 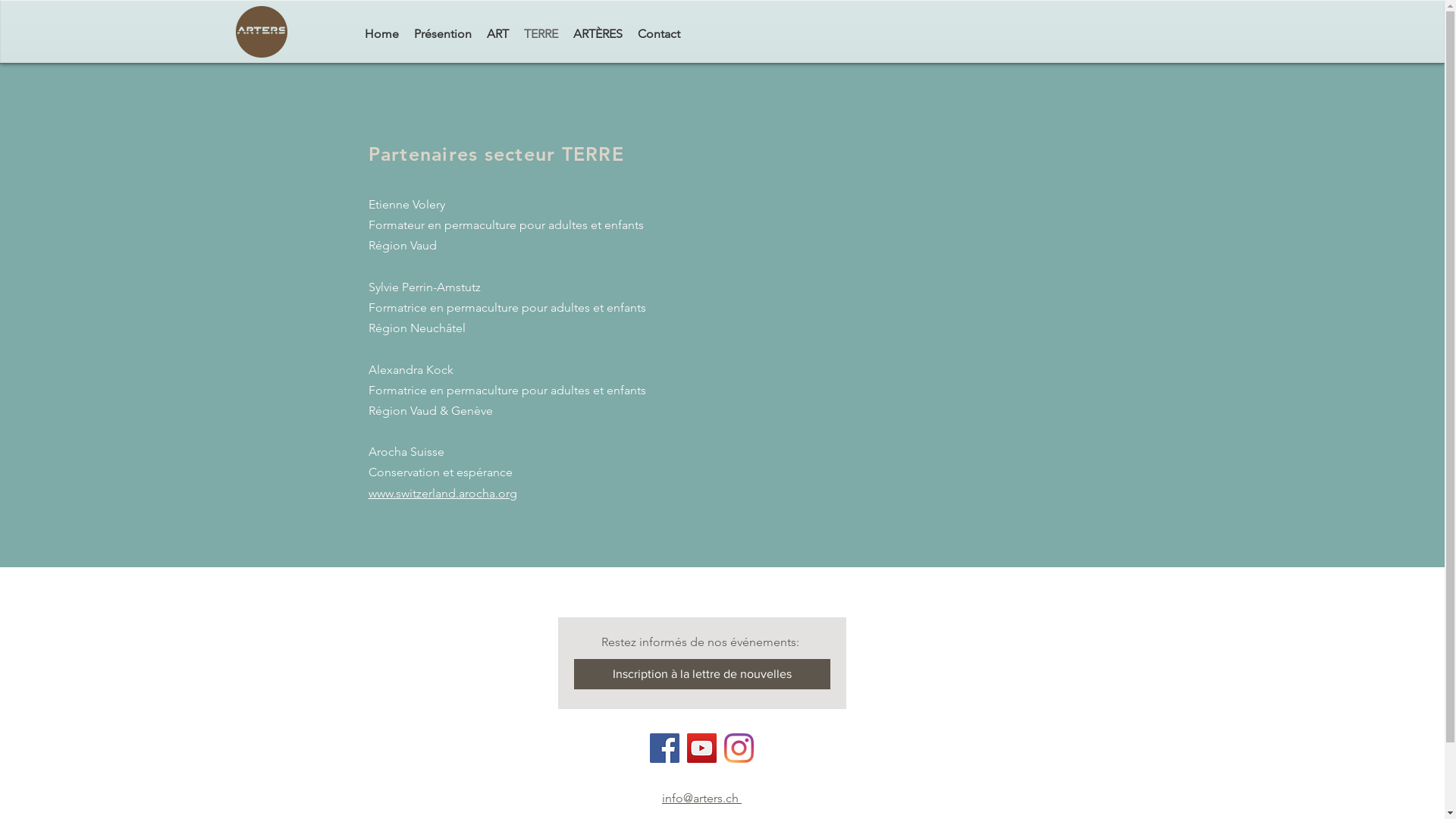 I want to click on 'info@arters.ch ', so click(x=701, y=797).